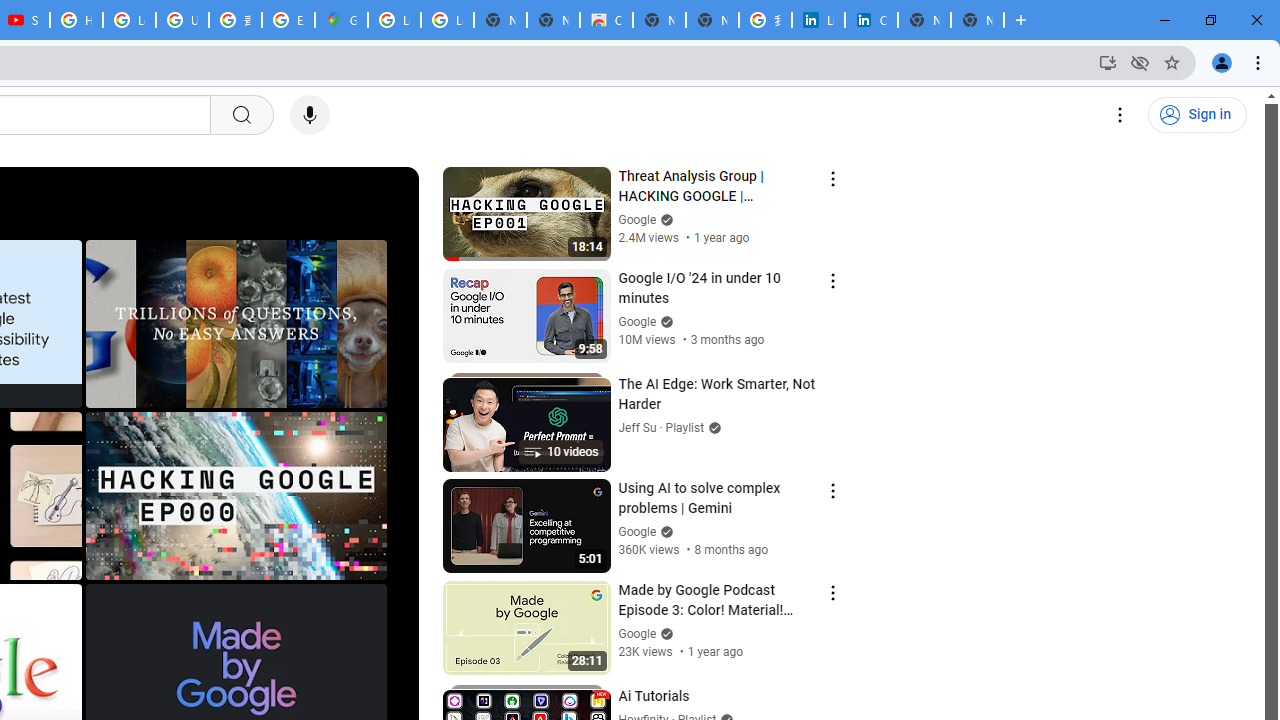 The width and height of the screenshot is (1280, 720). What do you see at coordinates (818, 20) in the screenshot?
I see `'LinkedIn Login, Sign in | LinkedIn'` at bounding box center [818, 20].